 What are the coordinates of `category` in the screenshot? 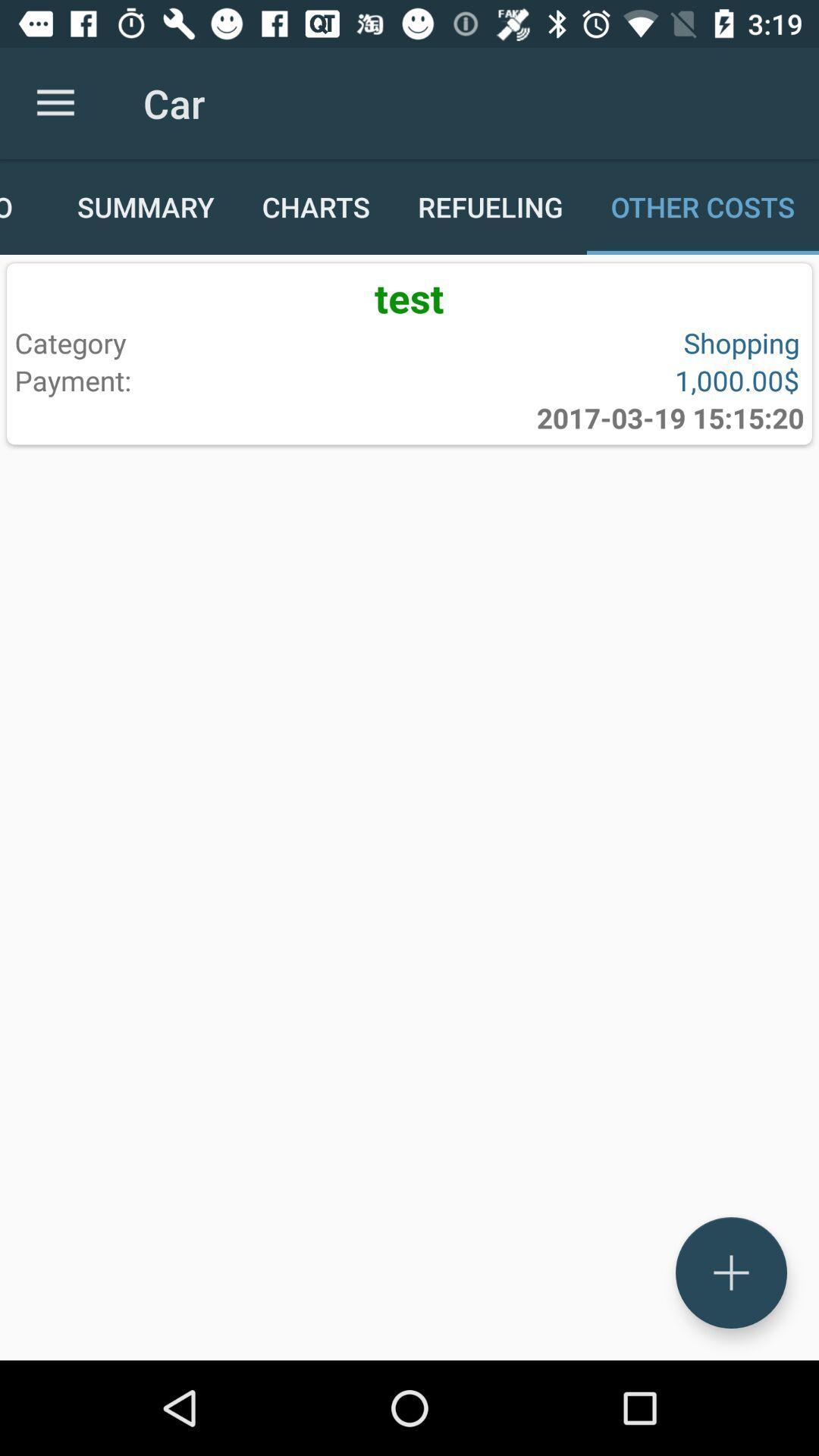 It's located at (209, 342).